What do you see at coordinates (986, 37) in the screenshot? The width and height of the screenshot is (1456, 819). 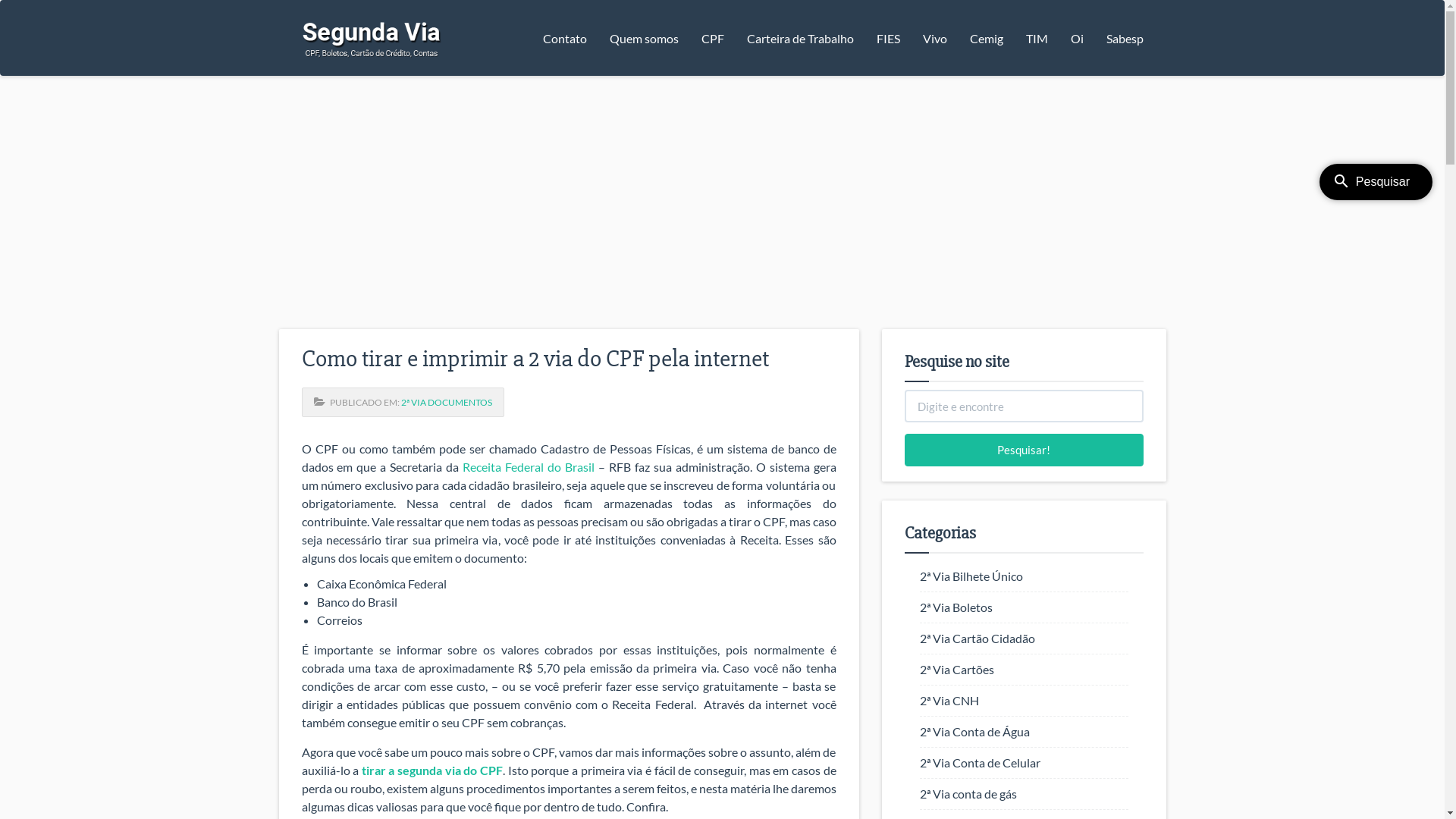 I see `'Cemig'` at bounding box center [986, 37].